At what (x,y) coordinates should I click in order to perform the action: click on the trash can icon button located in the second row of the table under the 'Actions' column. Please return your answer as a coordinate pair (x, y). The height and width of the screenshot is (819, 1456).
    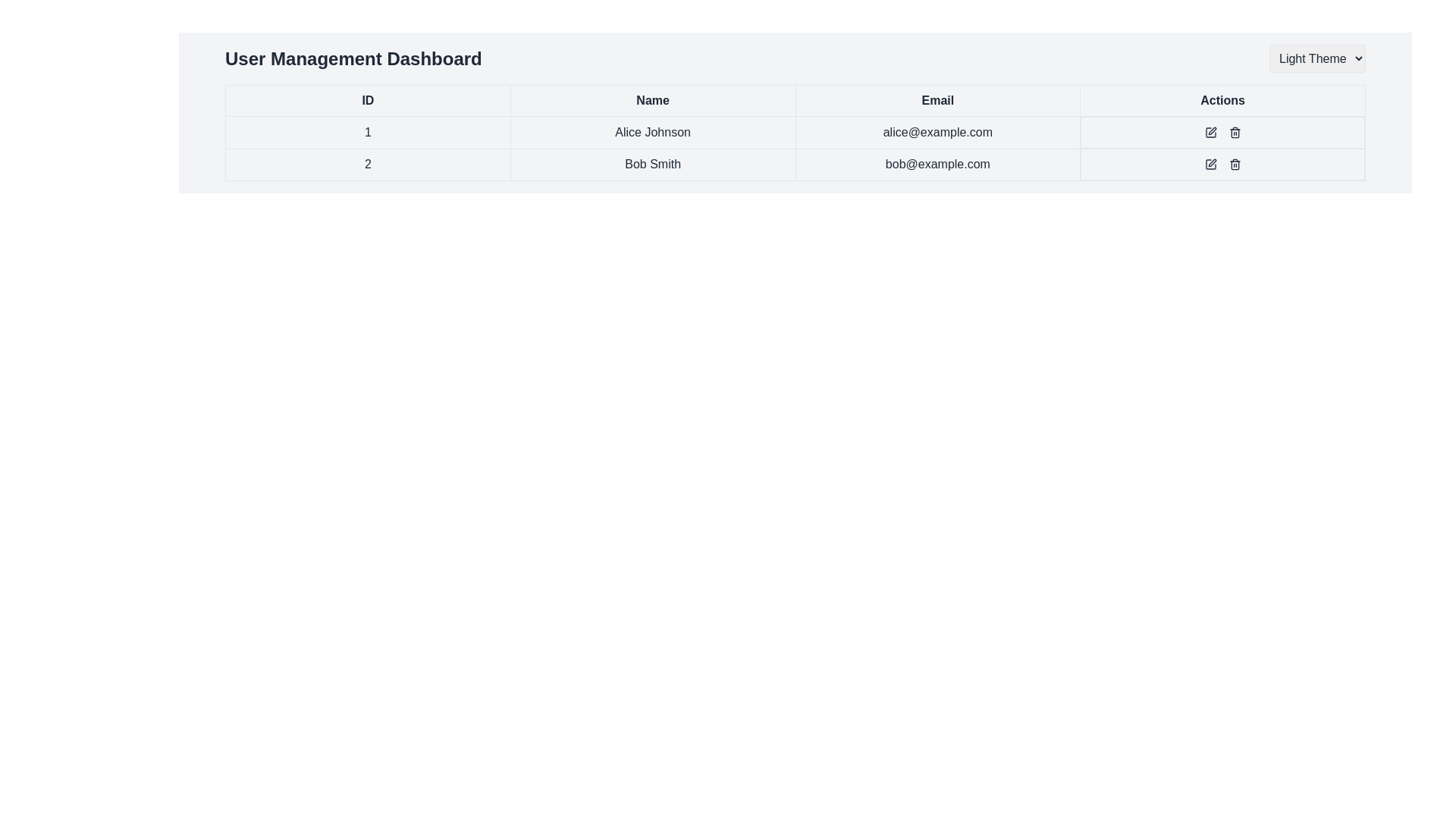
    Looking at the image, I should click on (1235, 131).